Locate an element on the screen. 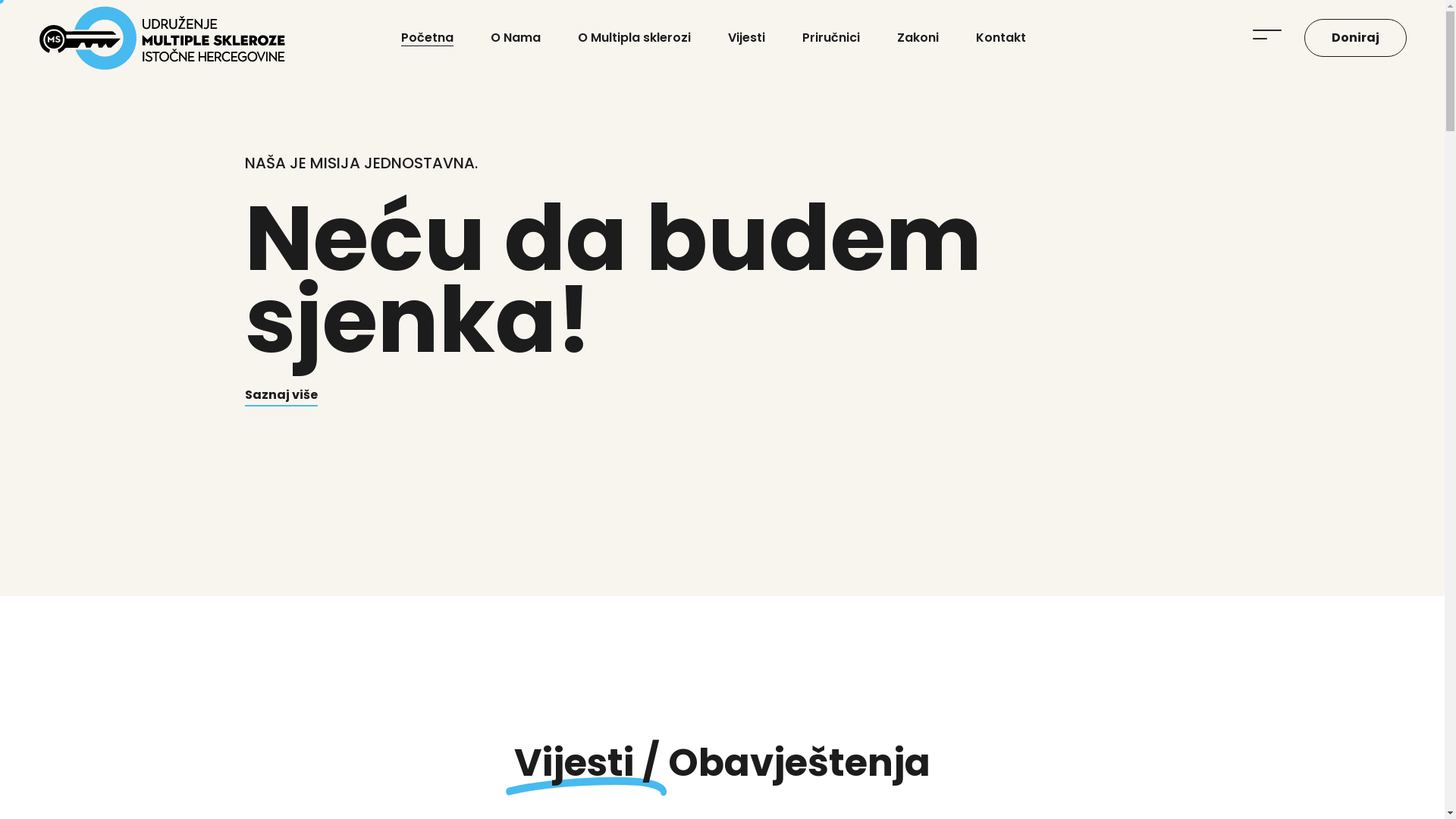  'O Multipla sklerozi' is located at coordinates (577, 37).